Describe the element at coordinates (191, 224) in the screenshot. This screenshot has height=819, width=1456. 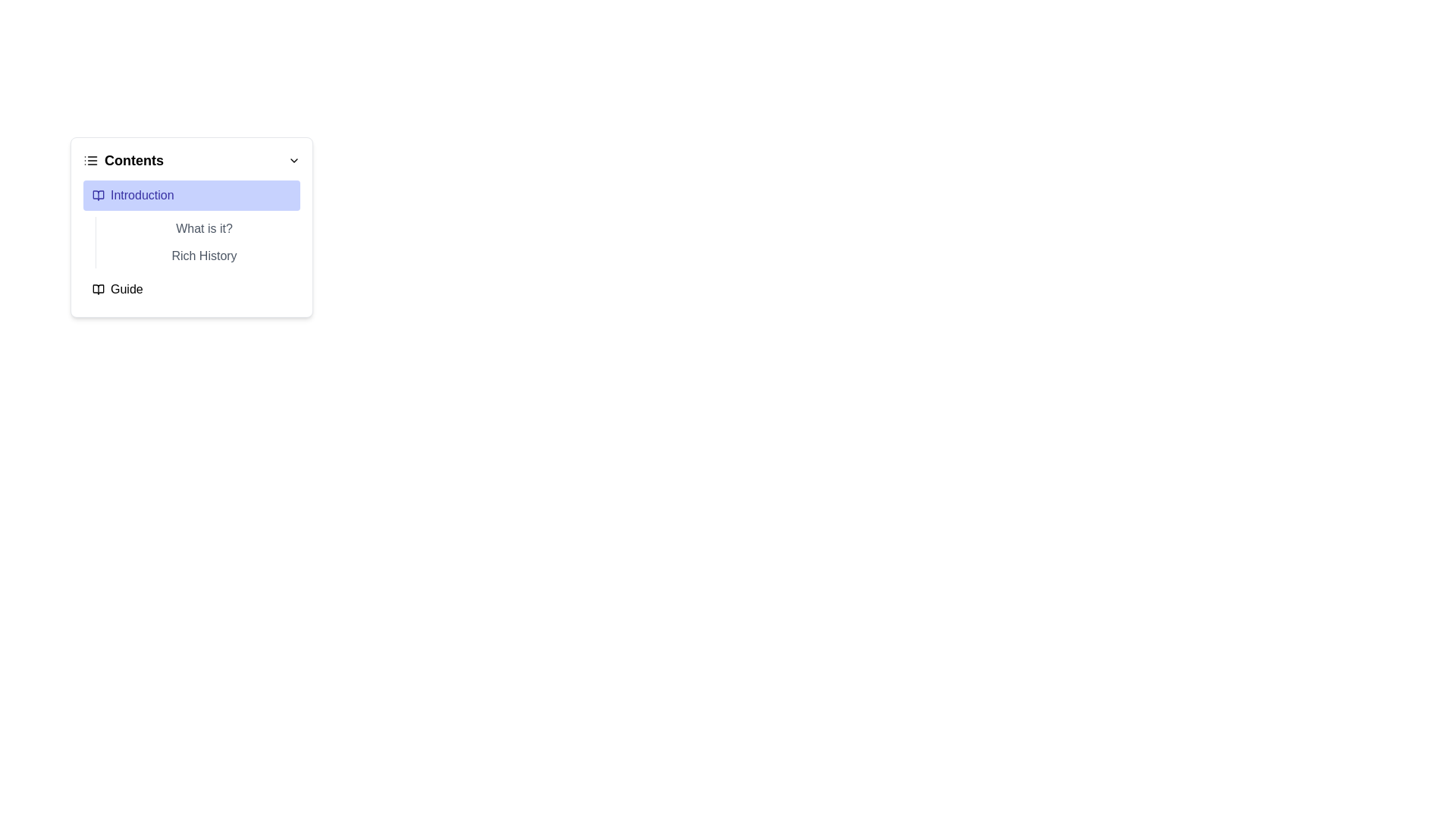
I see `textual content block located beneath the 'Introduction' header in the sidebar, containing the lines 'What is it?' and 'Rich History'` at that location.